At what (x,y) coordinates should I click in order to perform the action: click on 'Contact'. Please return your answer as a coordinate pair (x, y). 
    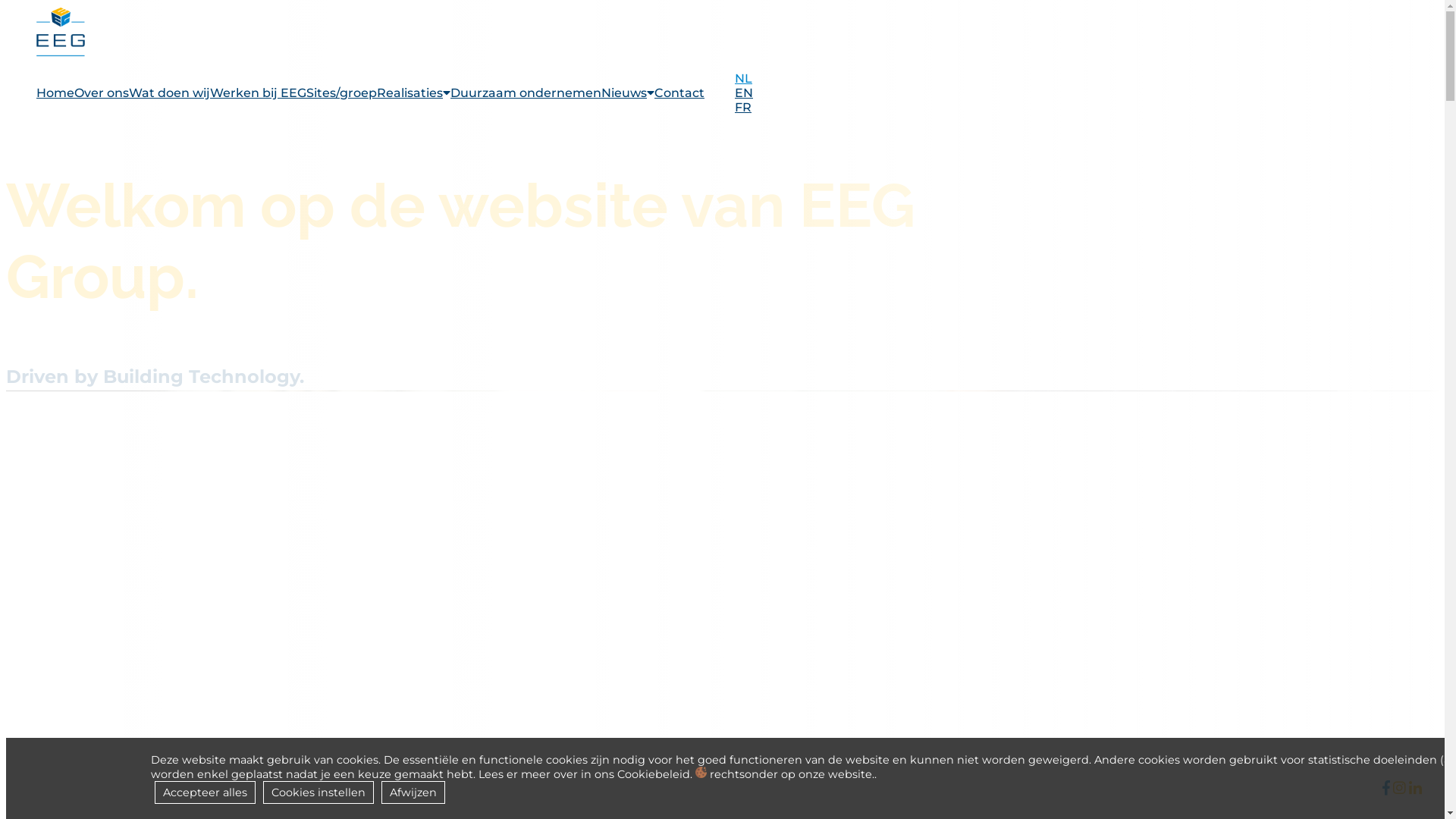
    Looking at the image, I should click on (679, 93).